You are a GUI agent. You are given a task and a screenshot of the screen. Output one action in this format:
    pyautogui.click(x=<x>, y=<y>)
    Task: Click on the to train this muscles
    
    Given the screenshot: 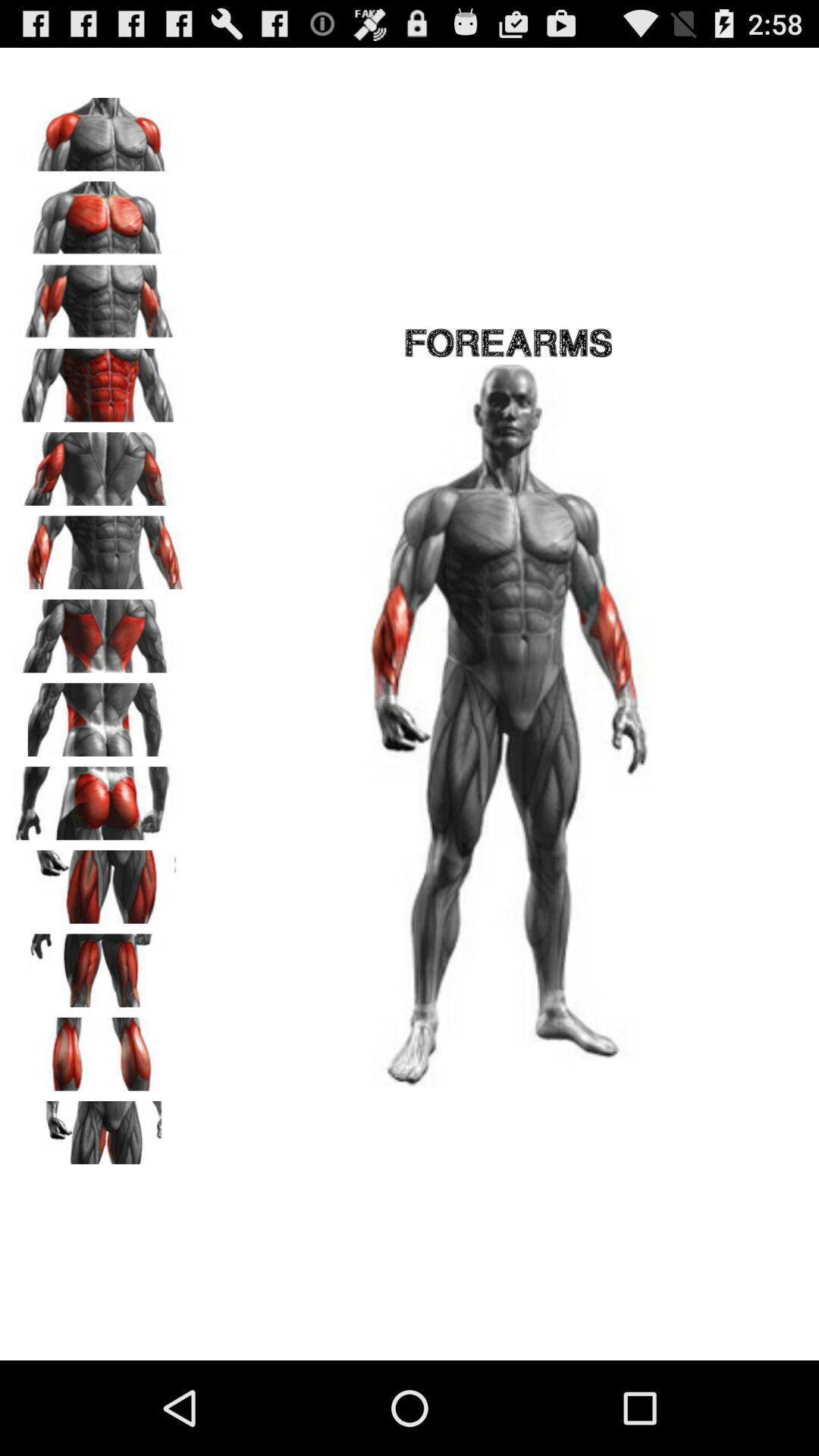 What is the action you would take?
    pyautogui.click(x=99, y=797)
    